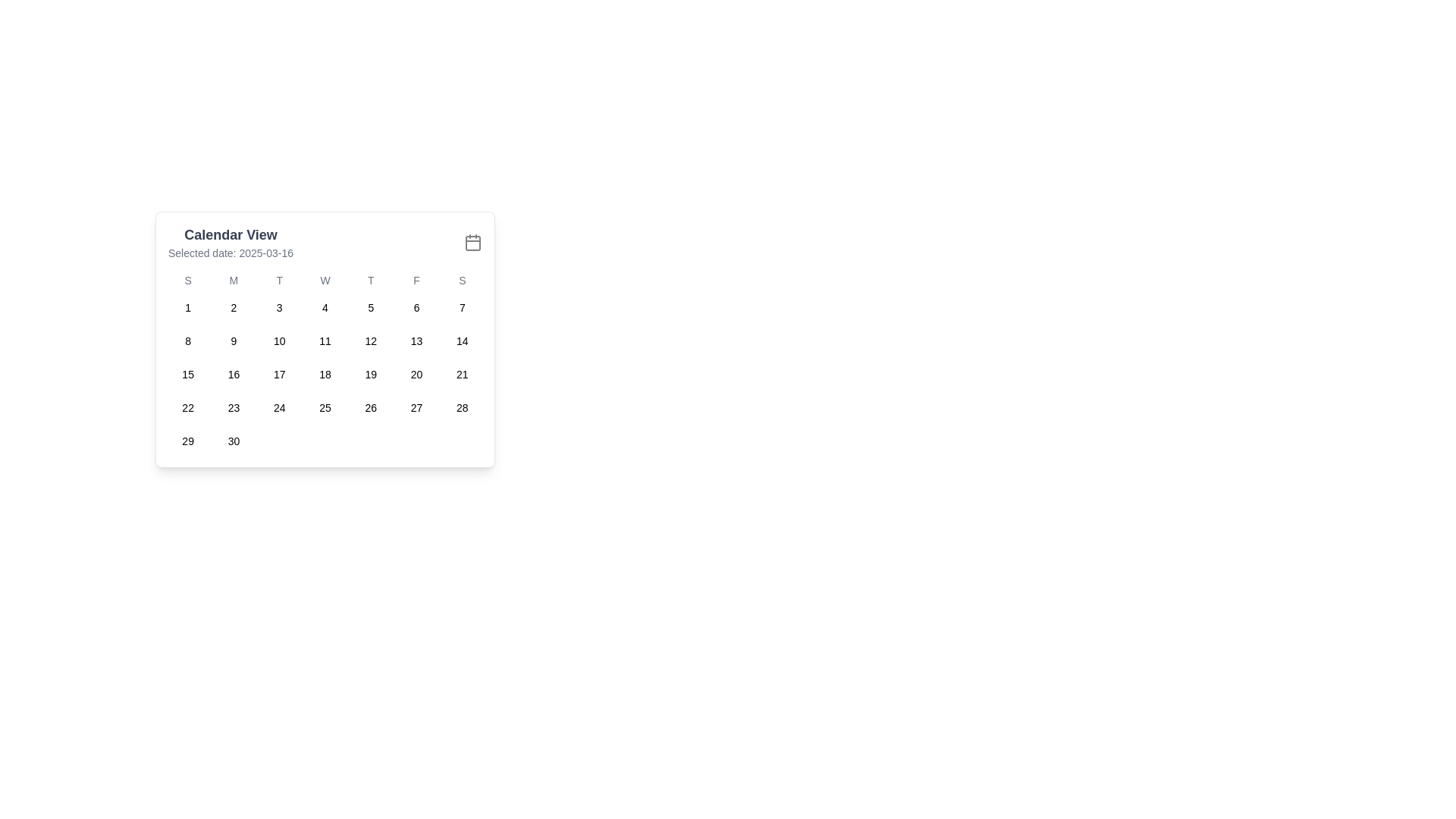 The width and height of the screenshot is (1456, 819). What do you see at coordinates (230, 253) in the screenshot?
I see `the text label displaying 'Selected date: 2025-03-16' located below the 'Calendar View' heading in the calendar widget` at bounding box center [230, 253].